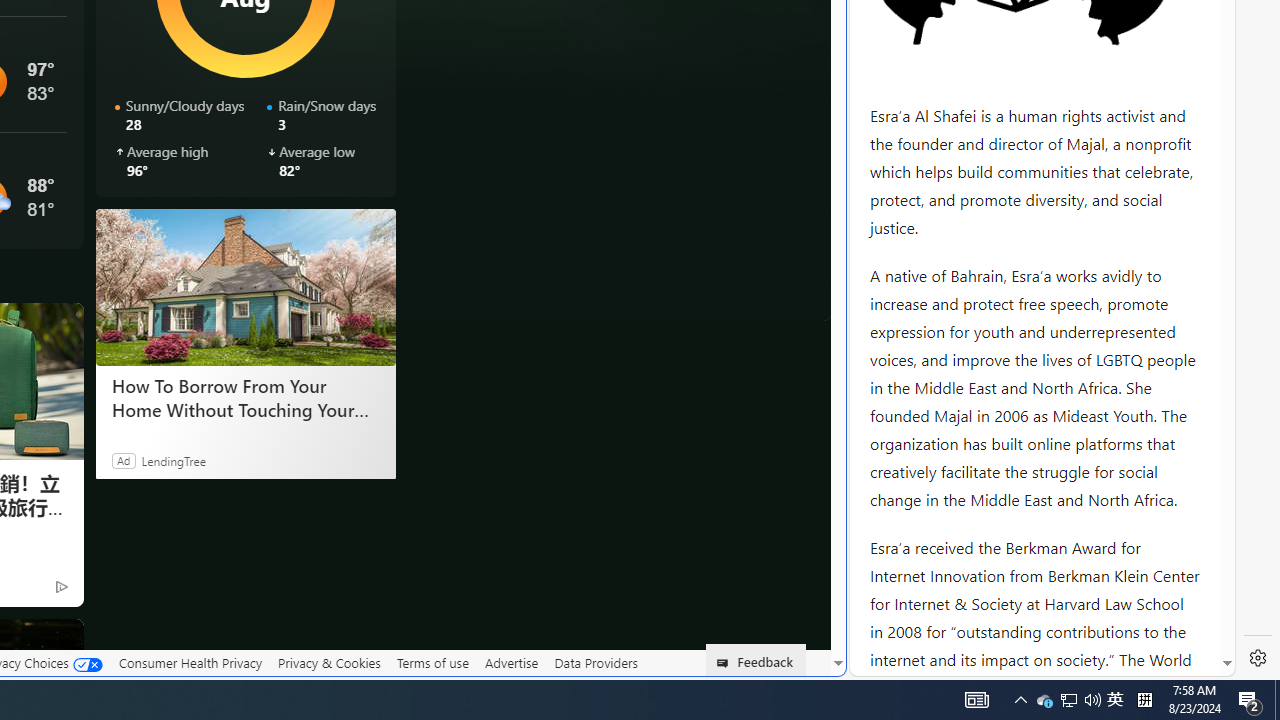  Describe the element at coordinates (594, 663) in the screenshot. I see `'Data Providers'` at that location.